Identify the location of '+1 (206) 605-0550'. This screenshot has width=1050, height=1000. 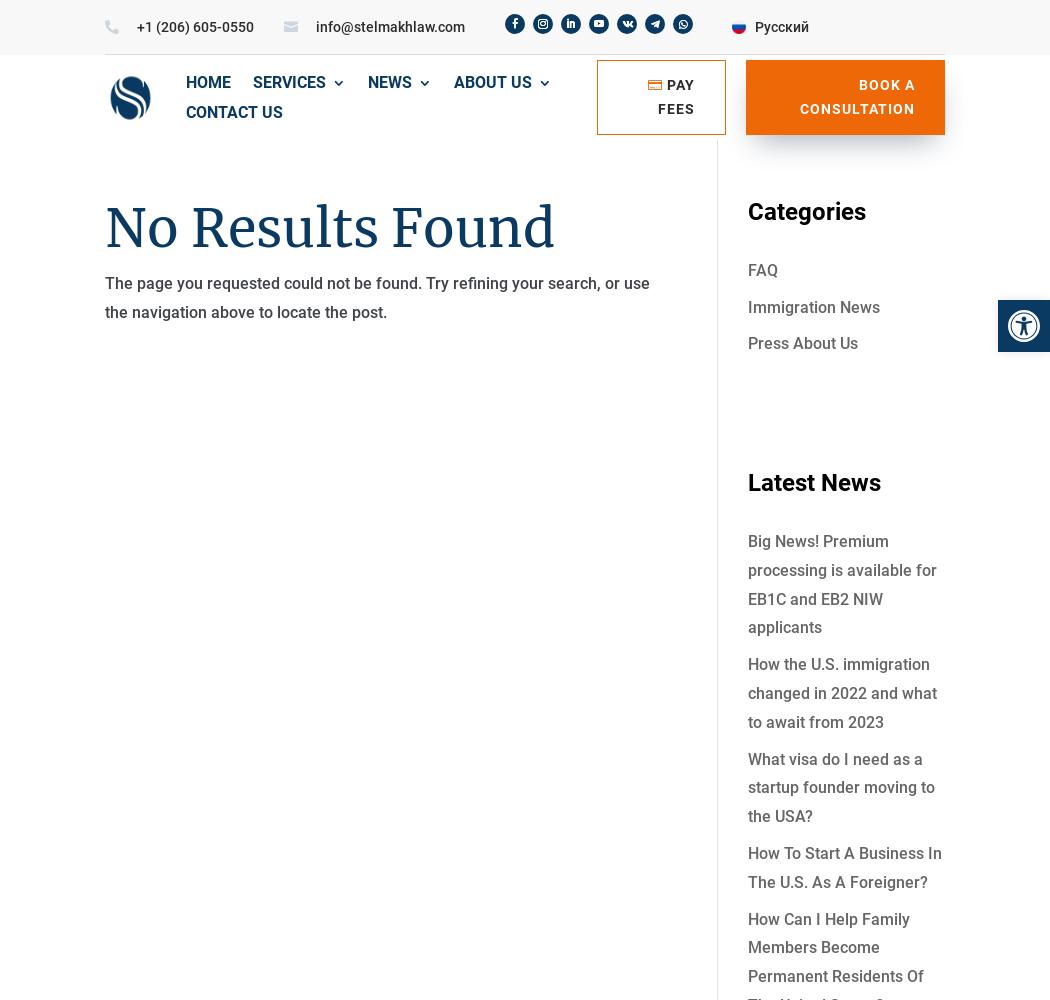
(194, 27).